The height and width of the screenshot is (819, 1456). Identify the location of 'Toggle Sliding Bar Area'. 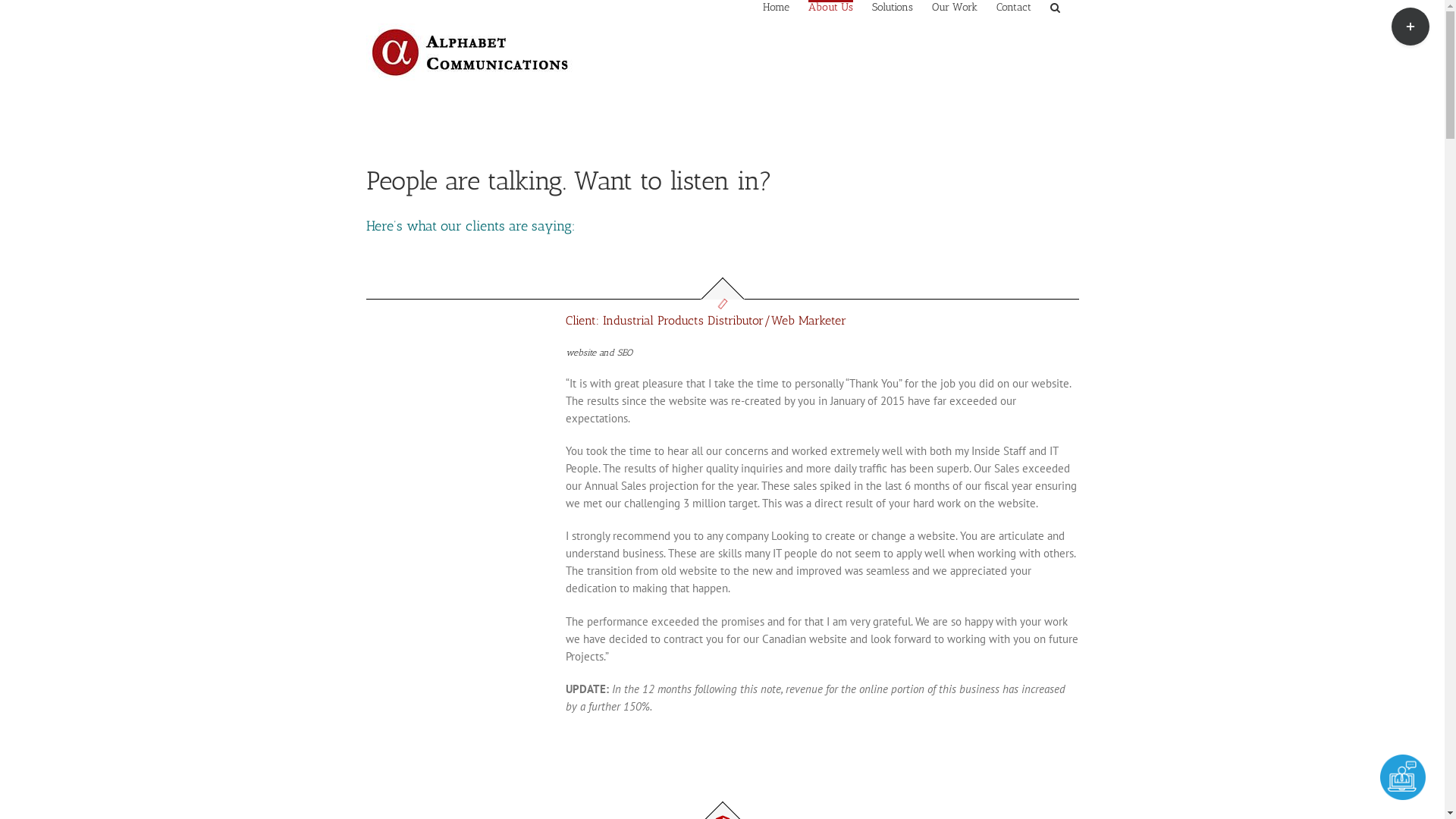
(1410, 26).